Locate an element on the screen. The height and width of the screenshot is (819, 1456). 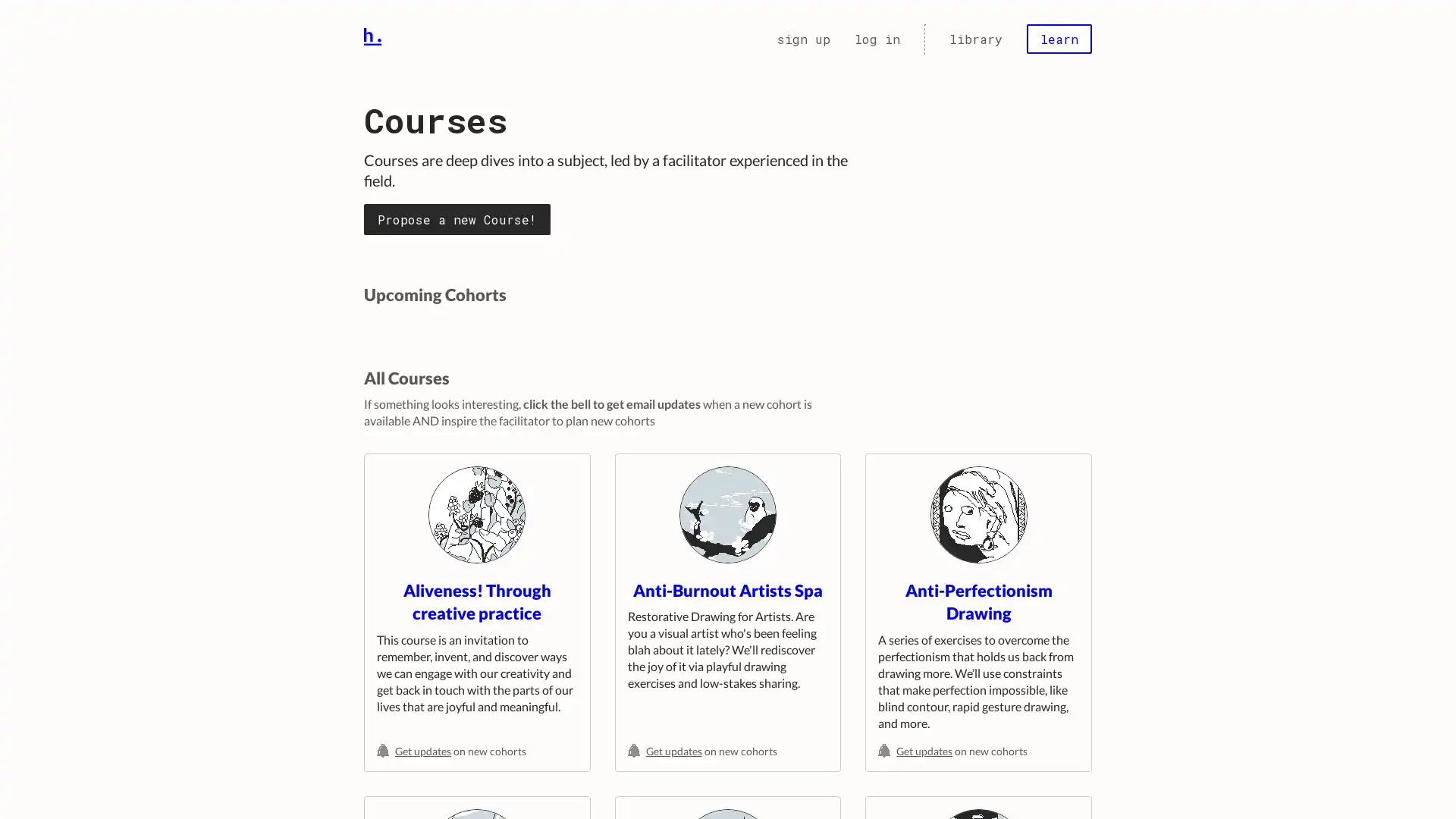
Get updates on new cohorts is located at coordinates (978, 751).